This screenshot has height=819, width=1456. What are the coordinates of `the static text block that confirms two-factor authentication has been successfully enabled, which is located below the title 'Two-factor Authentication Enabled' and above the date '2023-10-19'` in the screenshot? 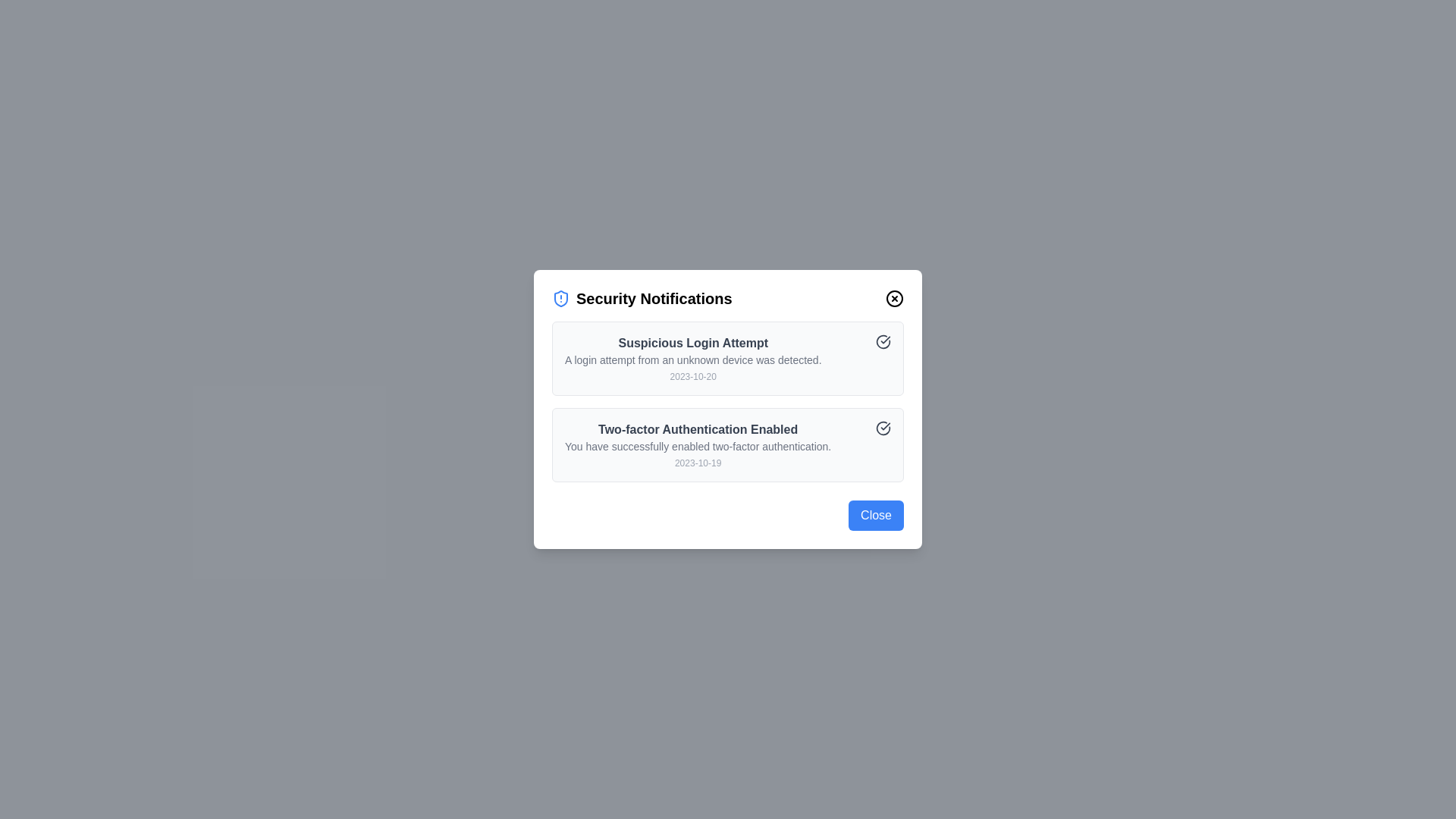 It's located at (697, 446).